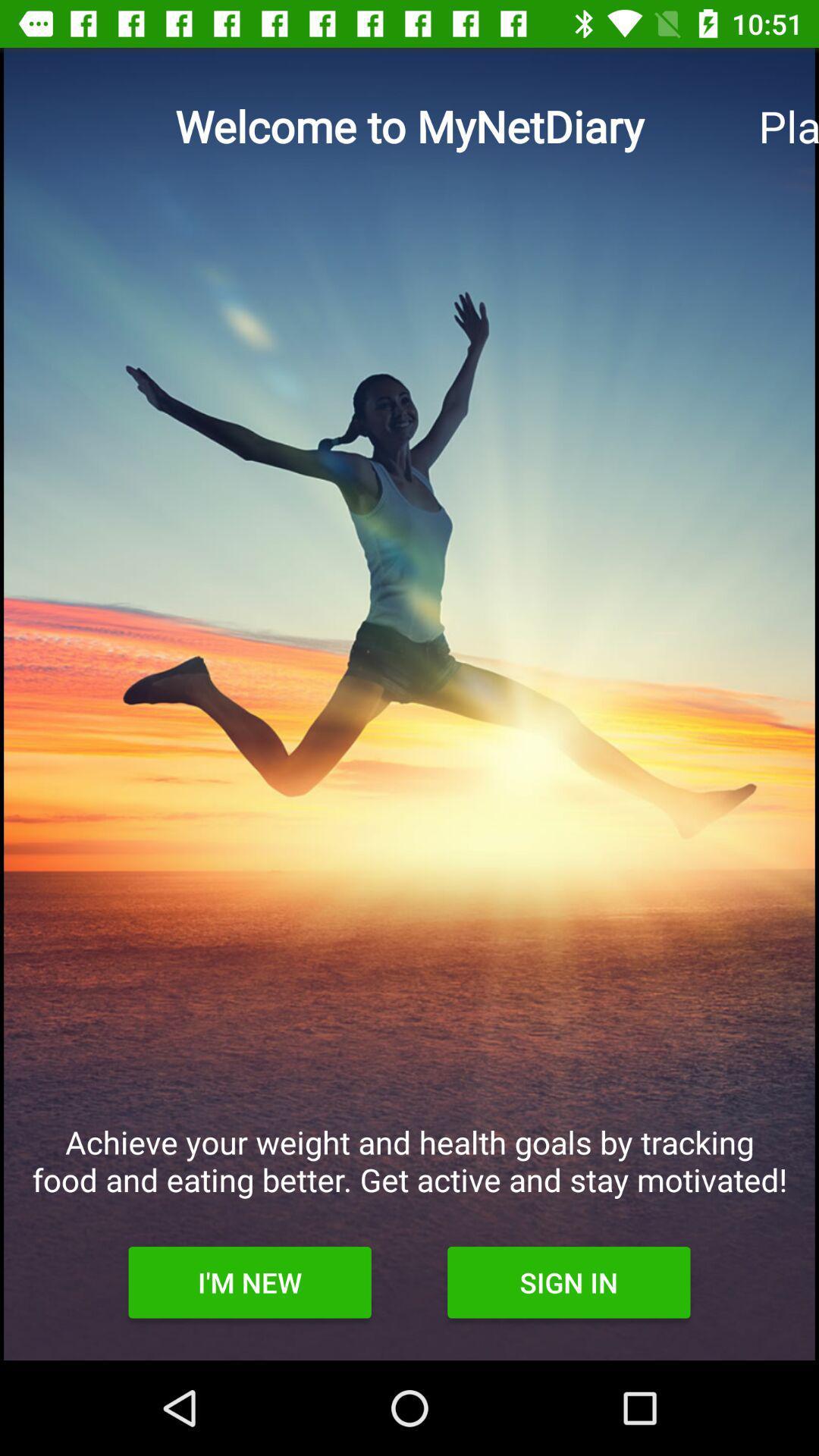  I want to click on the icon next to the i'm new item, so click(569, 1282).